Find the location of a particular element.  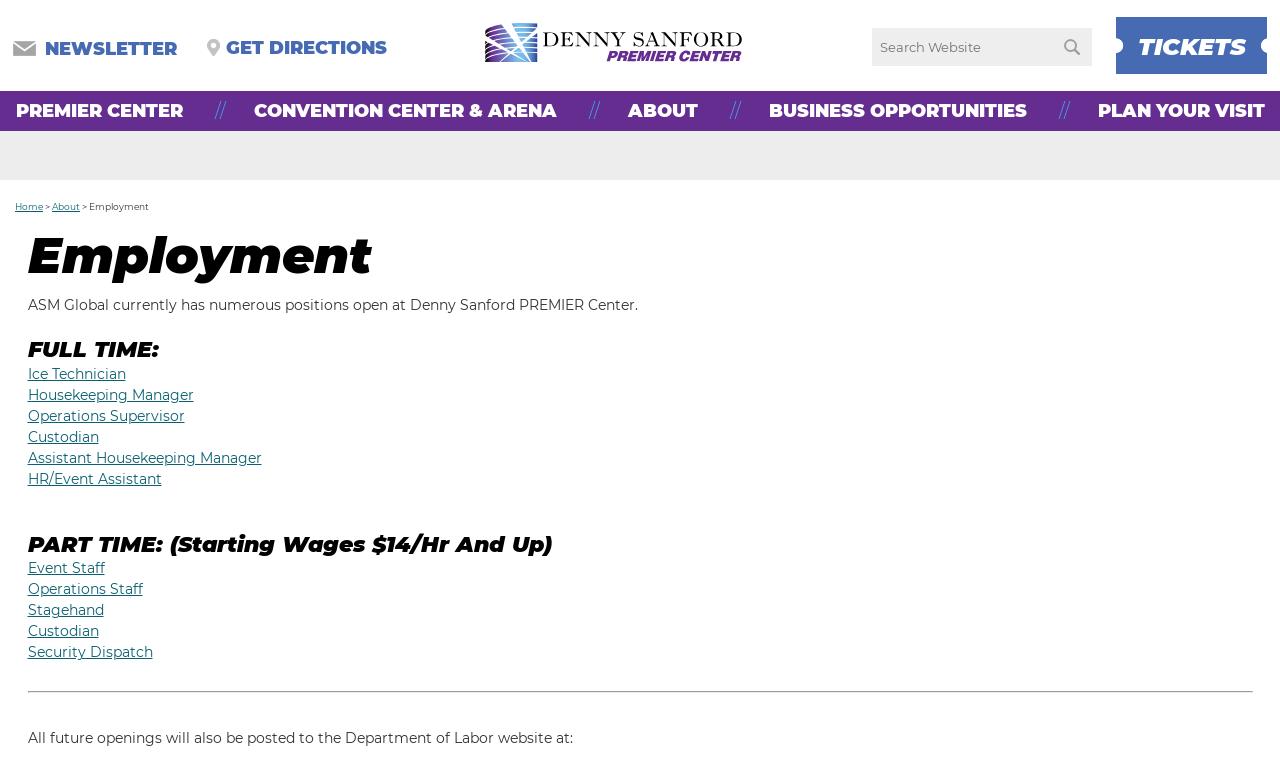

'Plan Your Visit' is located at coordinates (1180, 109).